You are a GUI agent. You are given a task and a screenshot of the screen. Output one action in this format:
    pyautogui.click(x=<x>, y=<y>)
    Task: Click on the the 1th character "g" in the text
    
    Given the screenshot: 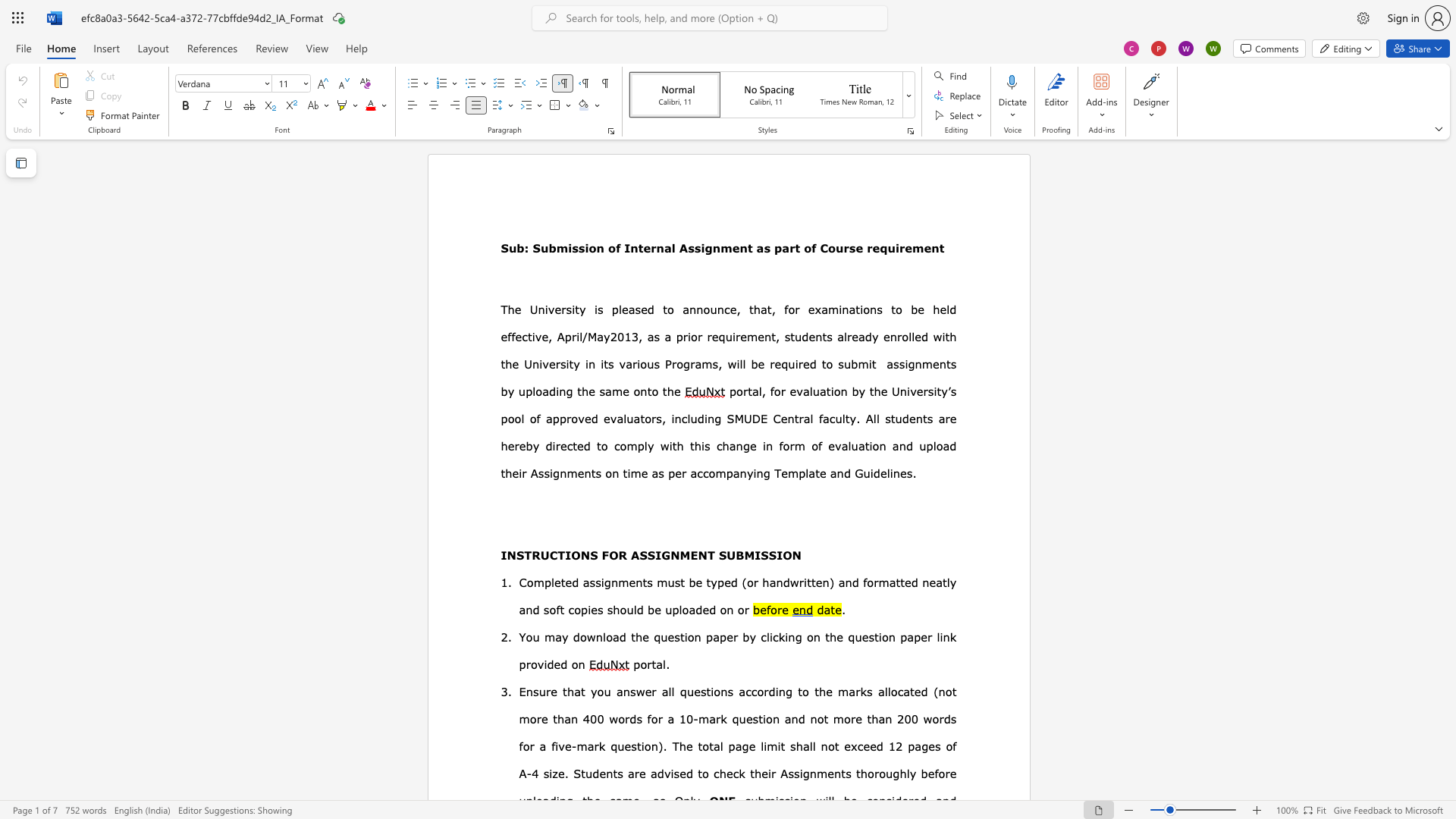 What is the action you would take?
    pyautogui.click(x=568, y=391)
    